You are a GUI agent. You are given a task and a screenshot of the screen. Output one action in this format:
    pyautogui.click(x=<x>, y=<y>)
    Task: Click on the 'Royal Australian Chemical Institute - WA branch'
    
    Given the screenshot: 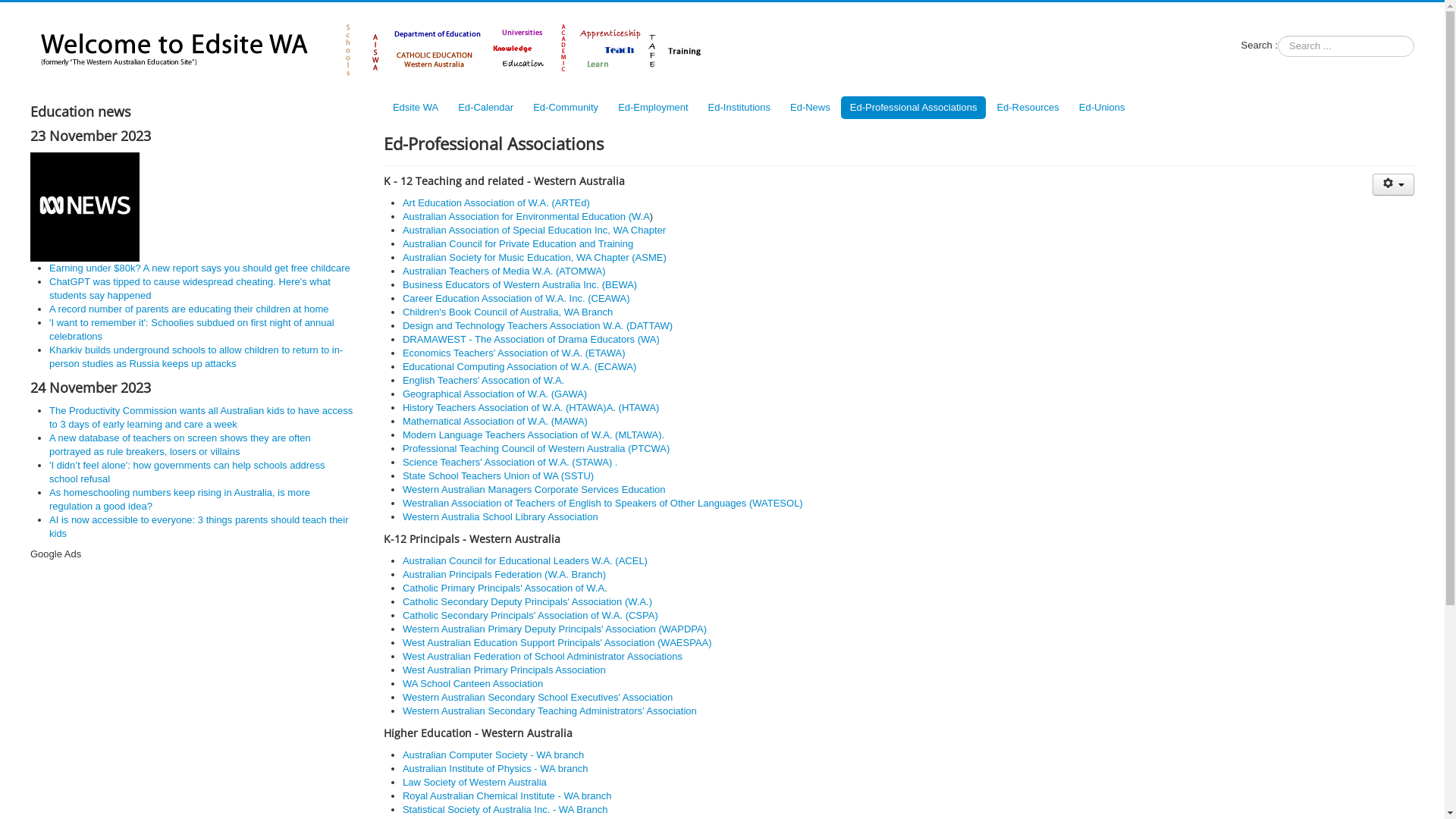 What is the action you would take?
    pyautogui.click(x=403, y=795)
    